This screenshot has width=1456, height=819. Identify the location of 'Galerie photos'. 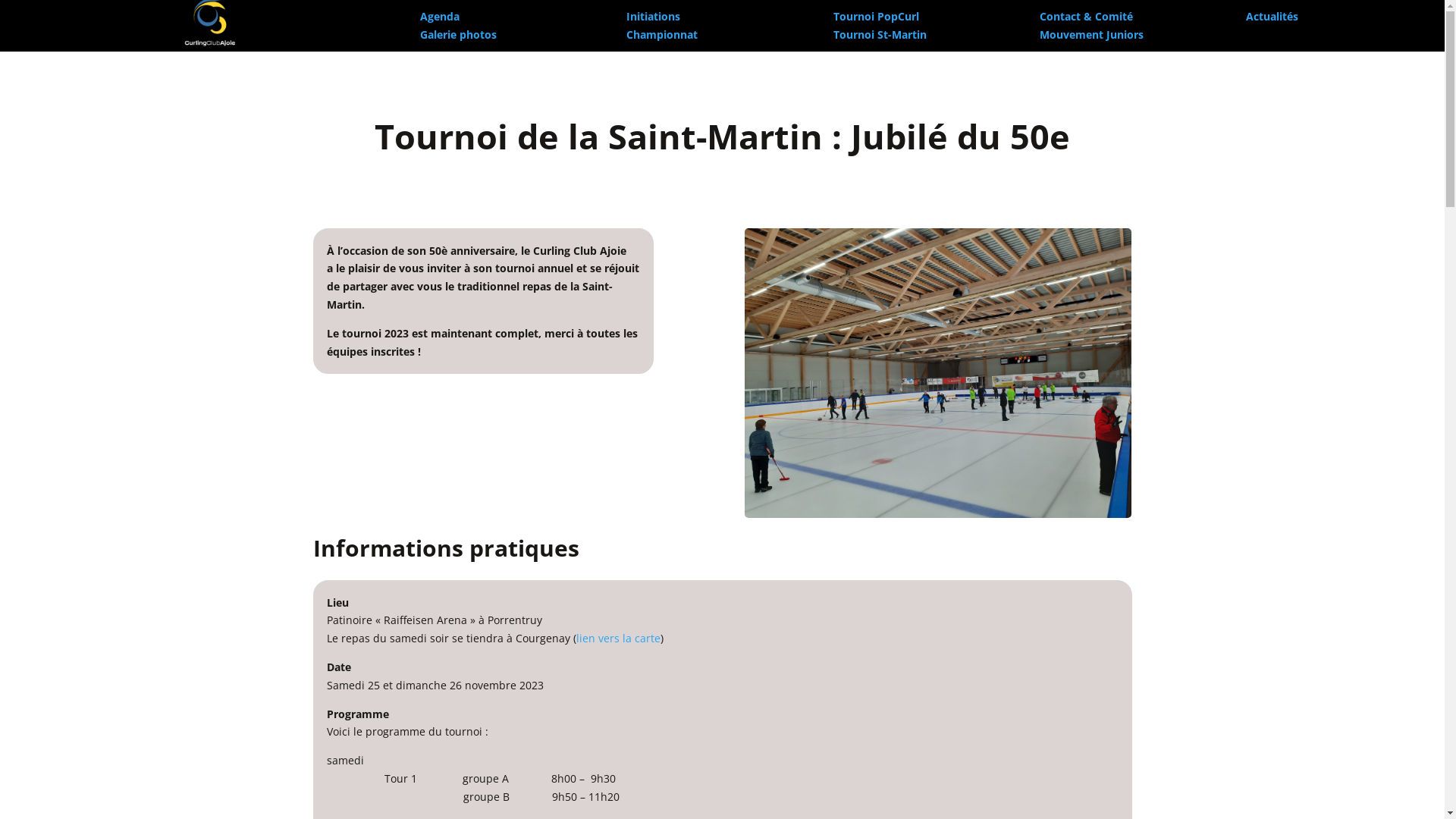
(457, 34).